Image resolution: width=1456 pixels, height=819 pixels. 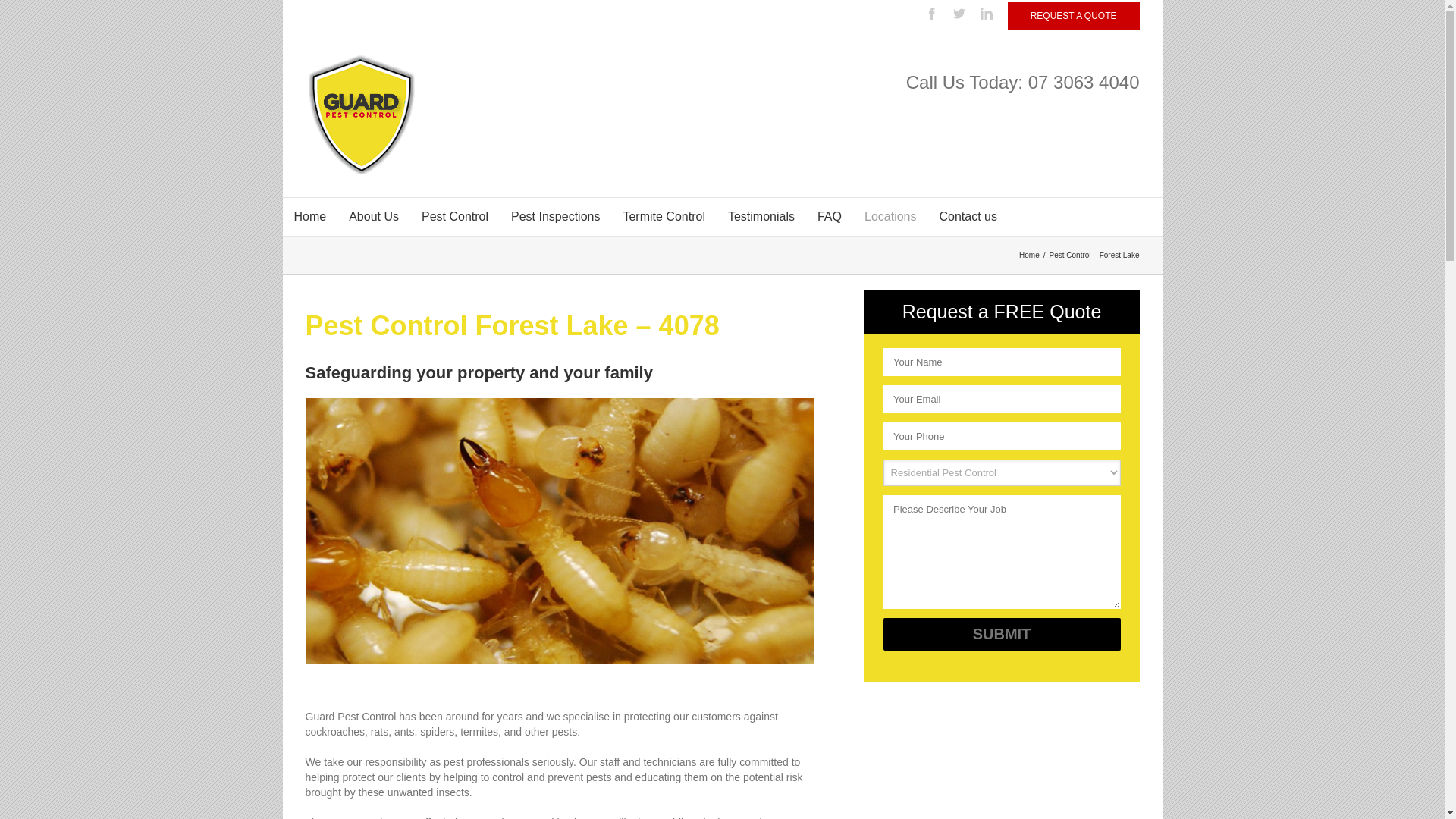 I want to click on 'Pest Control', so click(x=454, y=216).